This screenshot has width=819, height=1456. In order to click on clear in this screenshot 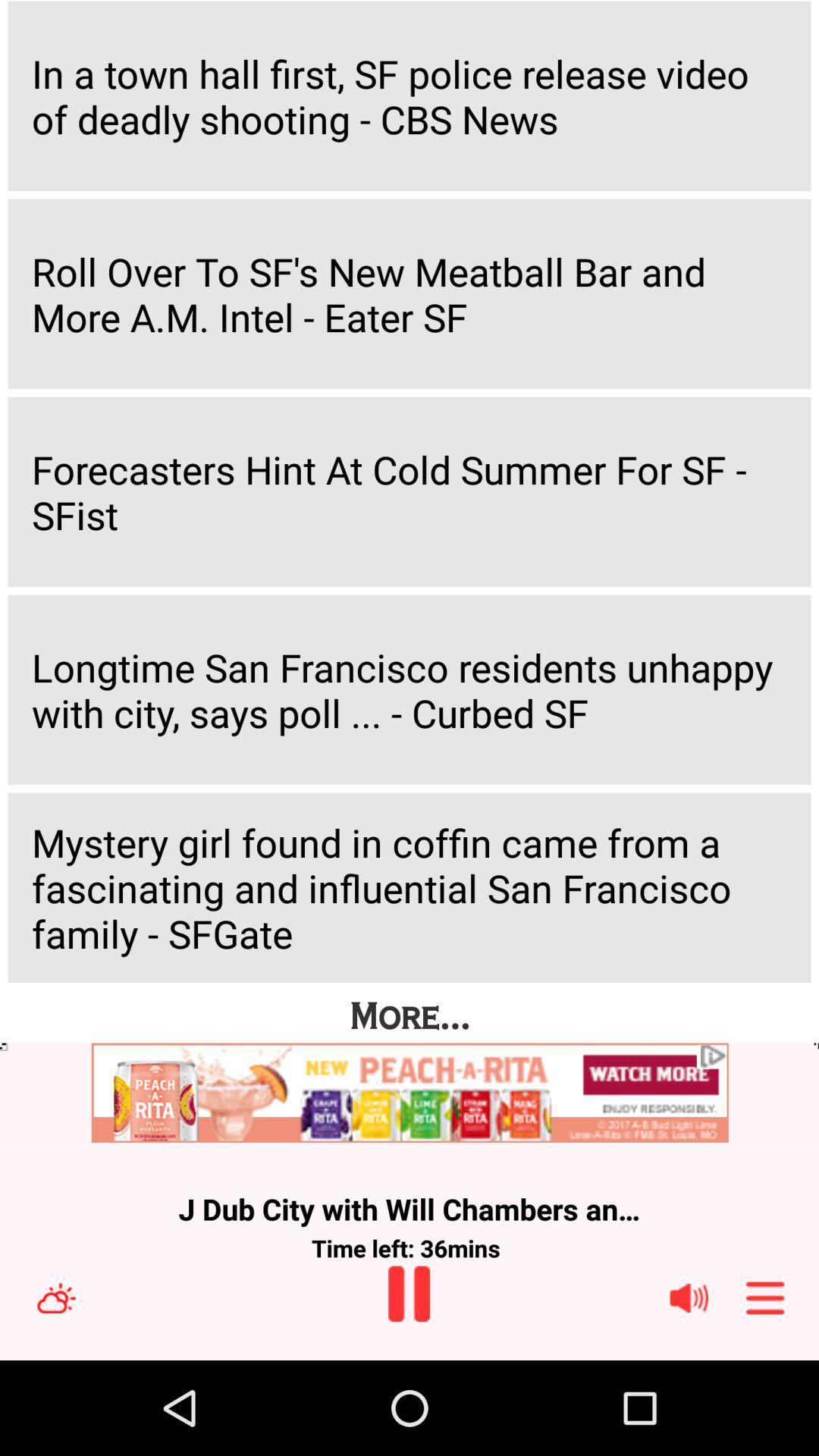, I will do `click(55, 1297)`.